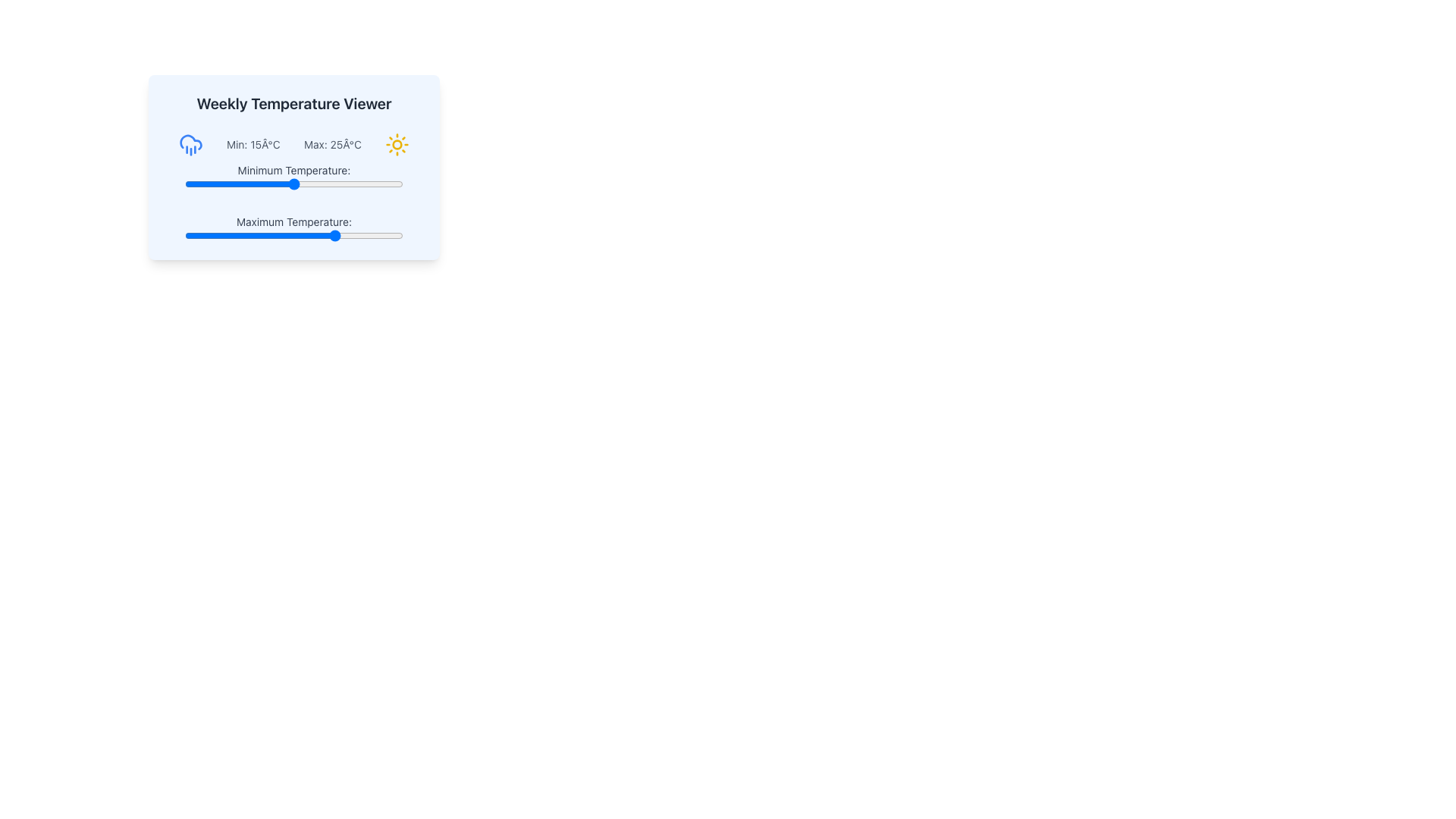  Describe the element at coordinates (253, 145) in the screenshot. I see `the text label displaying 'Min: 15°C' in gray font located in the light blue section of the interface` at that location.